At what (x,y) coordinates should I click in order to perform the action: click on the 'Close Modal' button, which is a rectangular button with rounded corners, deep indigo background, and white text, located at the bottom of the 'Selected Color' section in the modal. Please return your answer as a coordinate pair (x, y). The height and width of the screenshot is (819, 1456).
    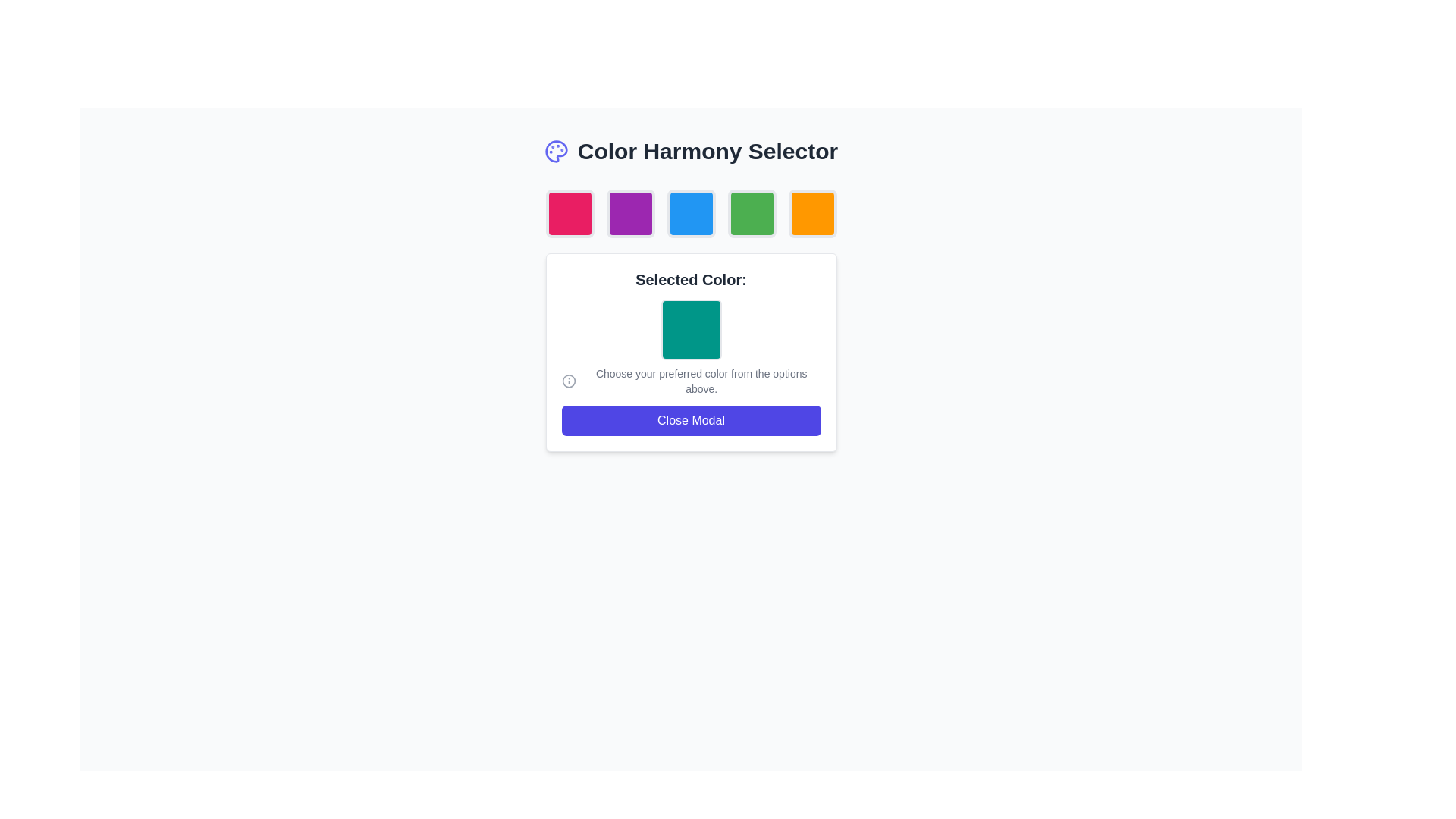
    Looking at the image, I should click on (690, 421).